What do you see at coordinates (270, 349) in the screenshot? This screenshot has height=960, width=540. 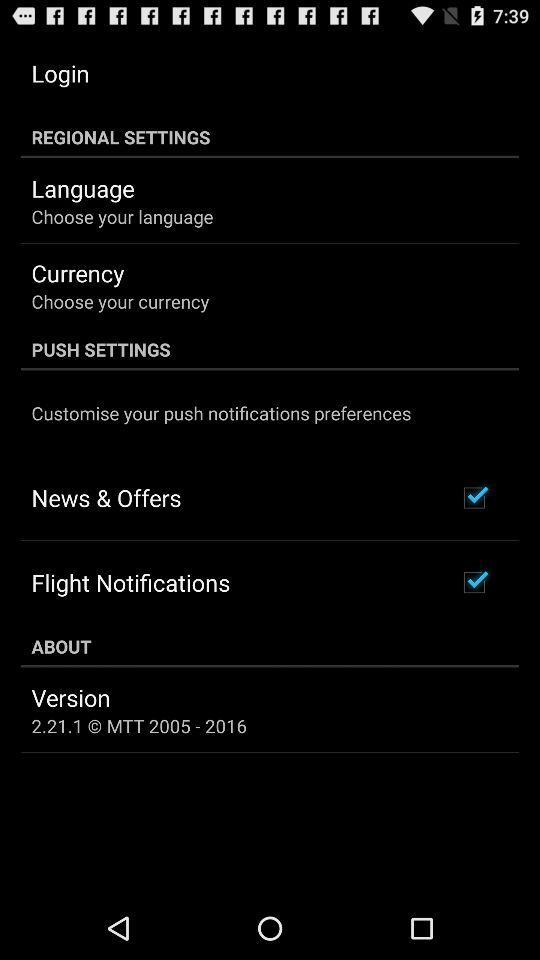 I see `the icon above the customise your push app` at bounding box center [270, 349].